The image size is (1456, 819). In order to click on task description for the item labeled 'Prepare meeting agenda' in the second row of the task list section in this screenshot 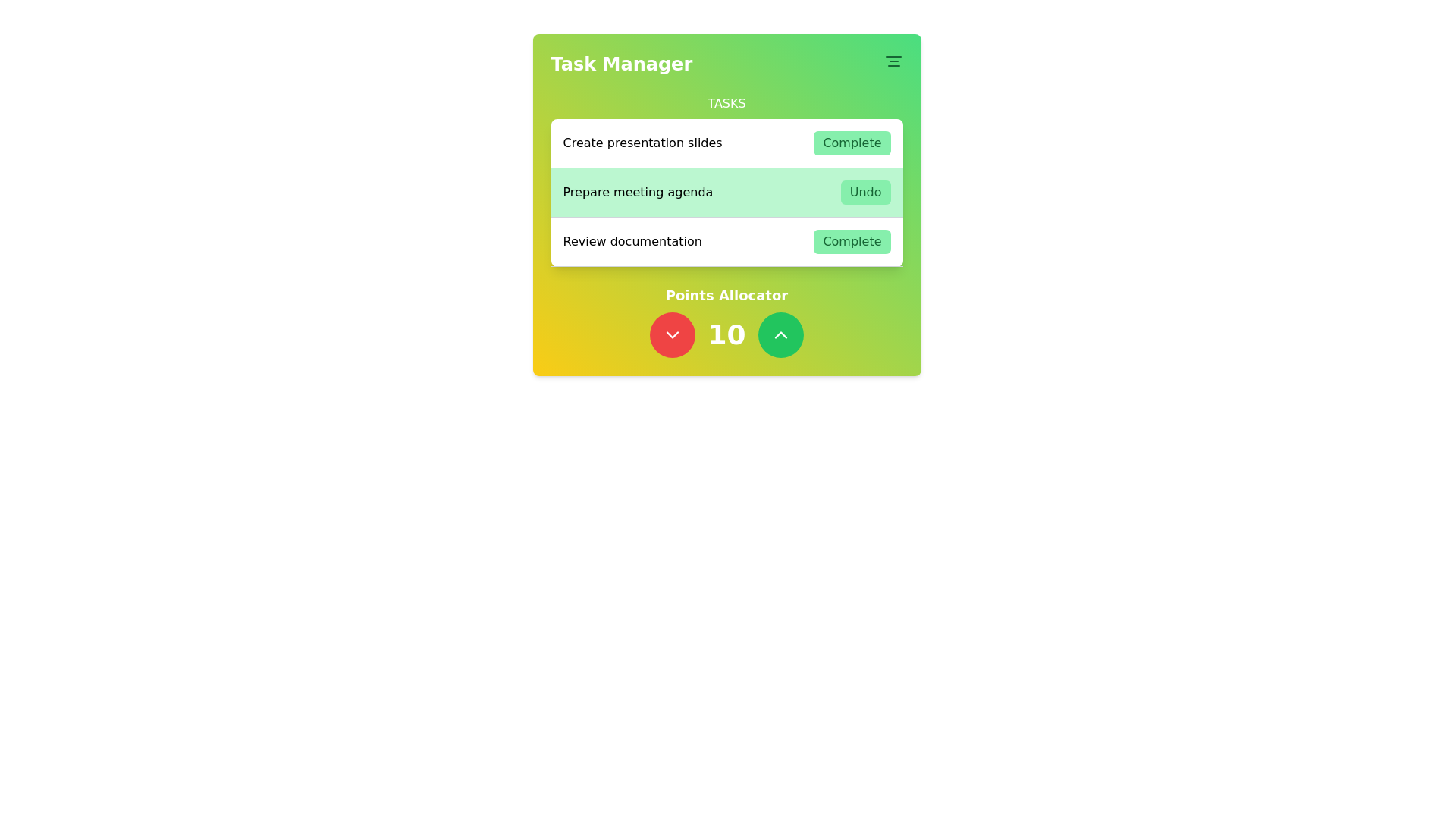, I will do `click(726, 192)`.